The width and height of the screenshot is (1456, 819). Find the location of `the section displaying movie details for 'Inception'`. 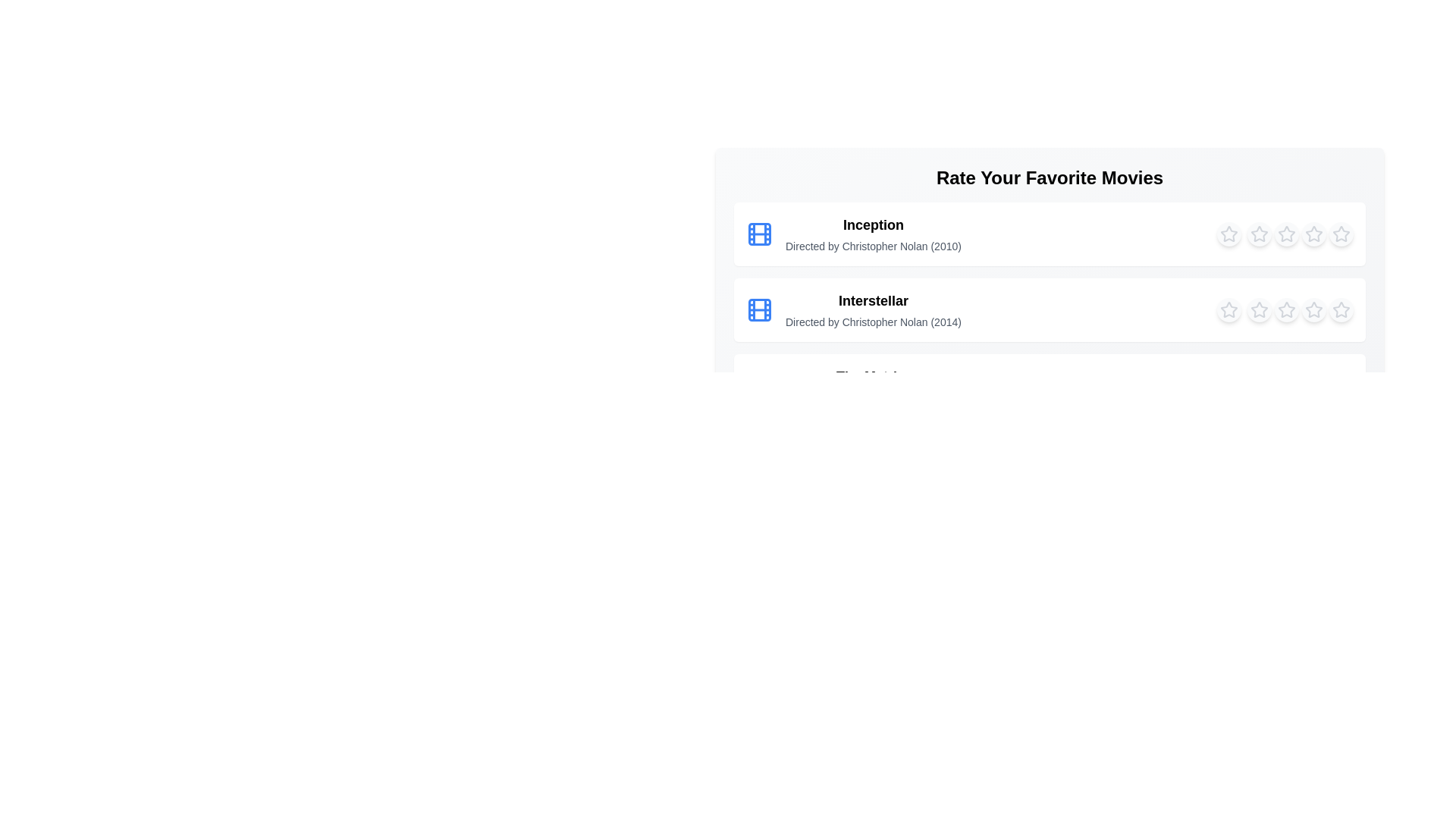

the section displaying movie details for 'Inception' is located at coordinates (874, 225).